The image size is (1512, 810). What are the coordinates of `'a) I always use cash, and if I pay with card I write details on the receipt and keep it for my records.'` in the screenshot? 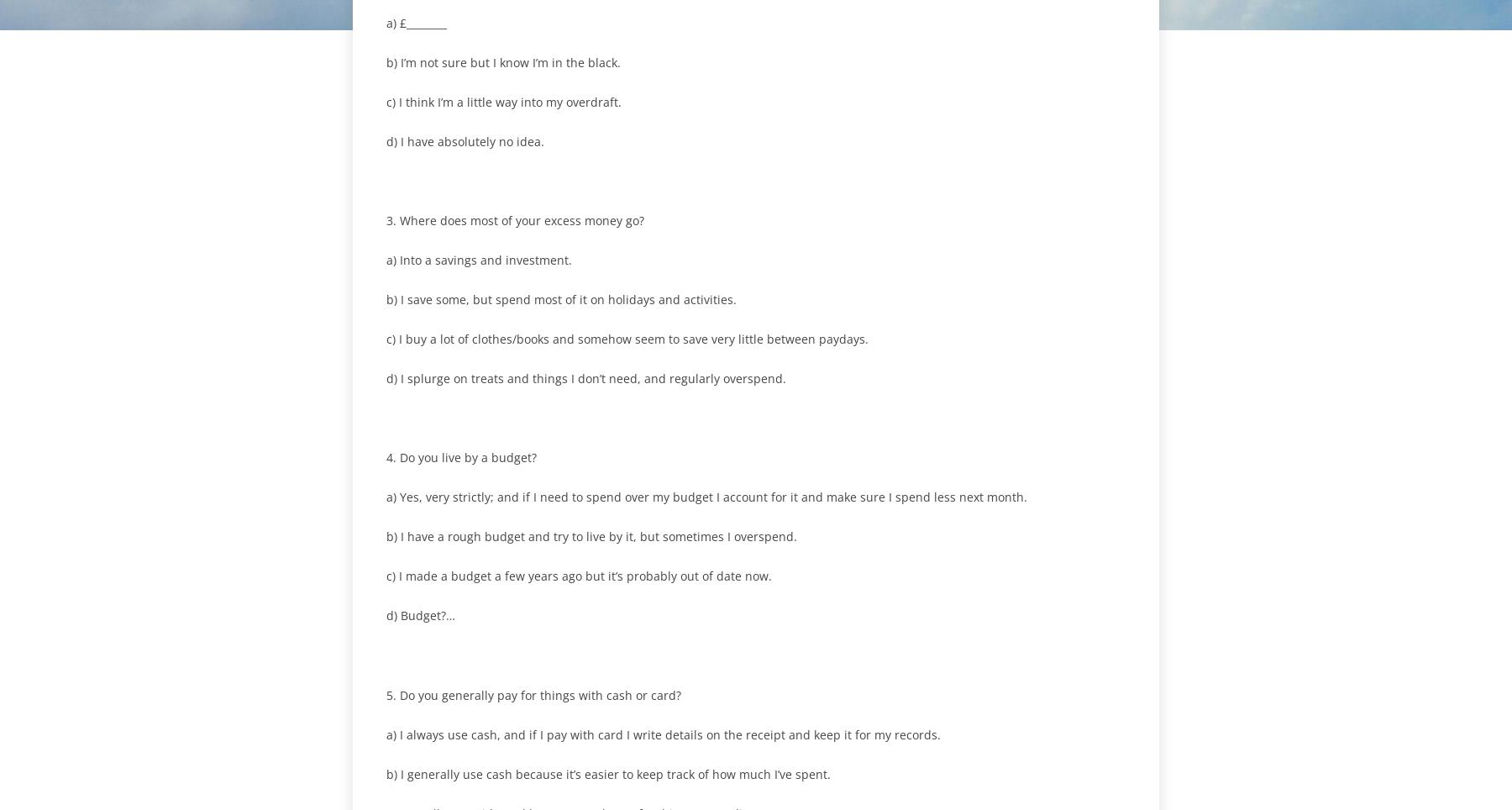 It's located at (664, 734).